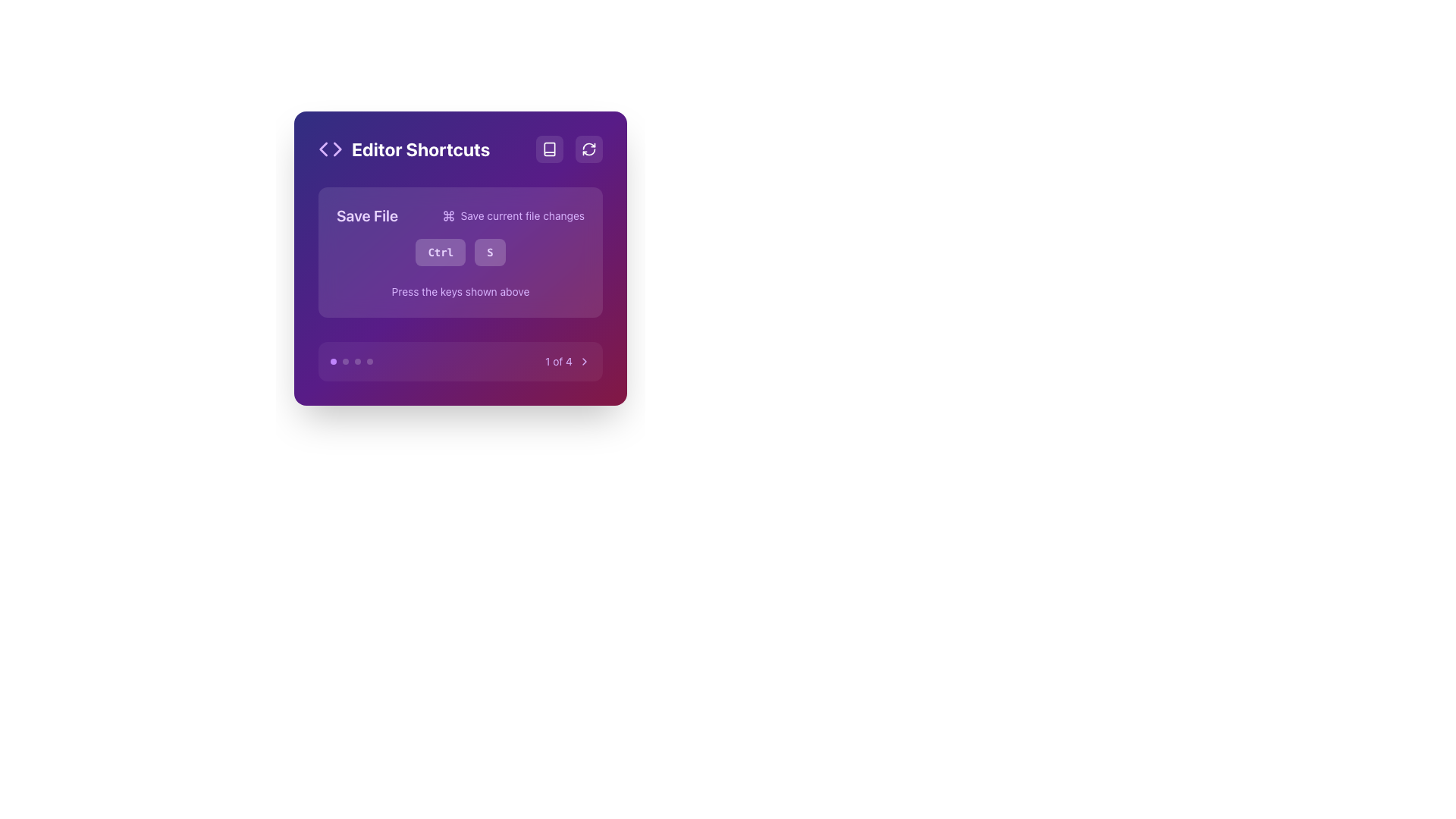  What do you see at coordinates (548, 149) in the screenshot?
I see `the square button with rounded corners that has a book icon, located in the top-right corner of the purple section, to observe a visual change` at bounding box center [548, 149].